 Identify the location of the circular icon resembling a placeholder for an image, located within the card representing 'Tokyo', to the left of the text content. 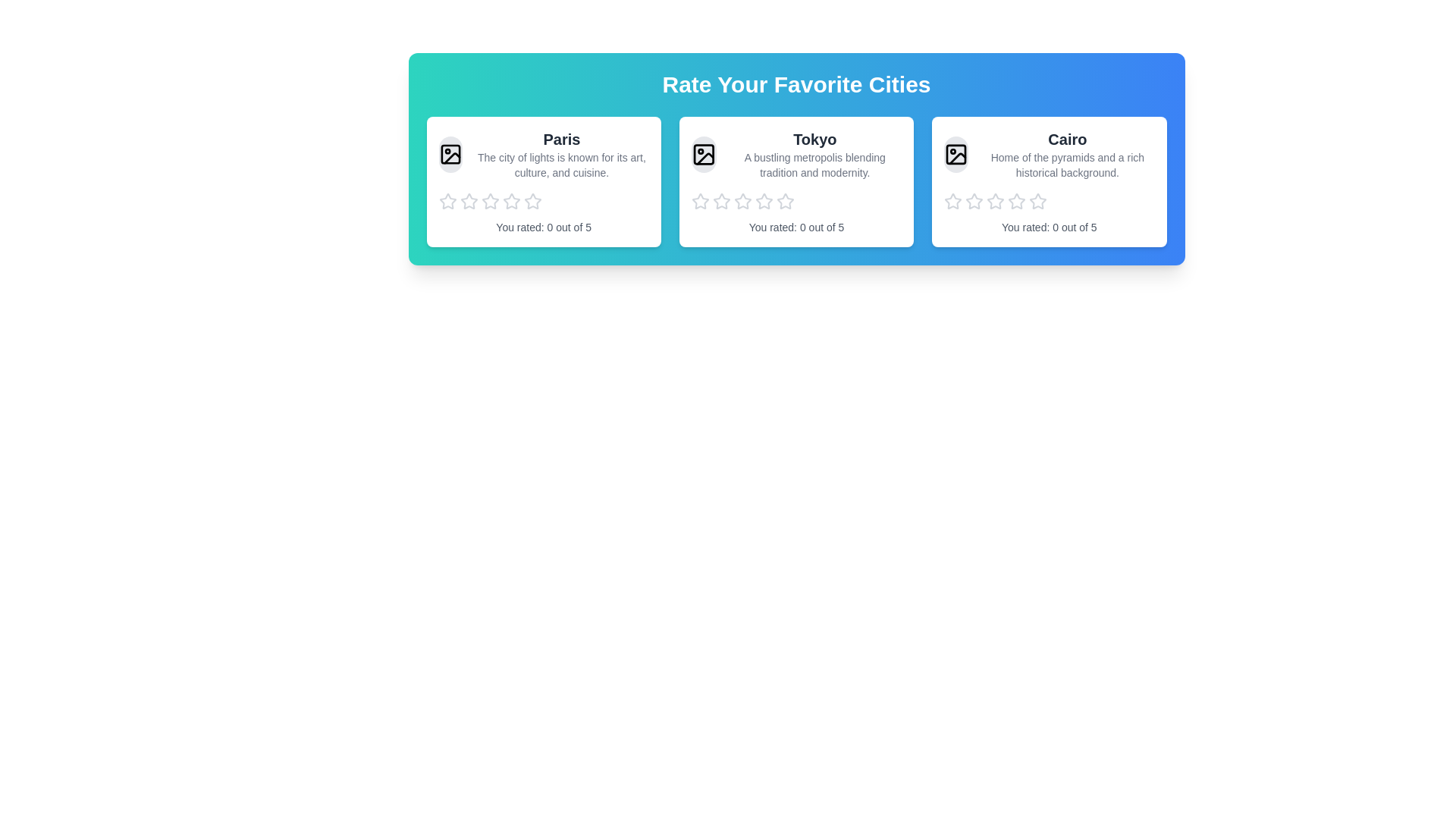
(703, 155).